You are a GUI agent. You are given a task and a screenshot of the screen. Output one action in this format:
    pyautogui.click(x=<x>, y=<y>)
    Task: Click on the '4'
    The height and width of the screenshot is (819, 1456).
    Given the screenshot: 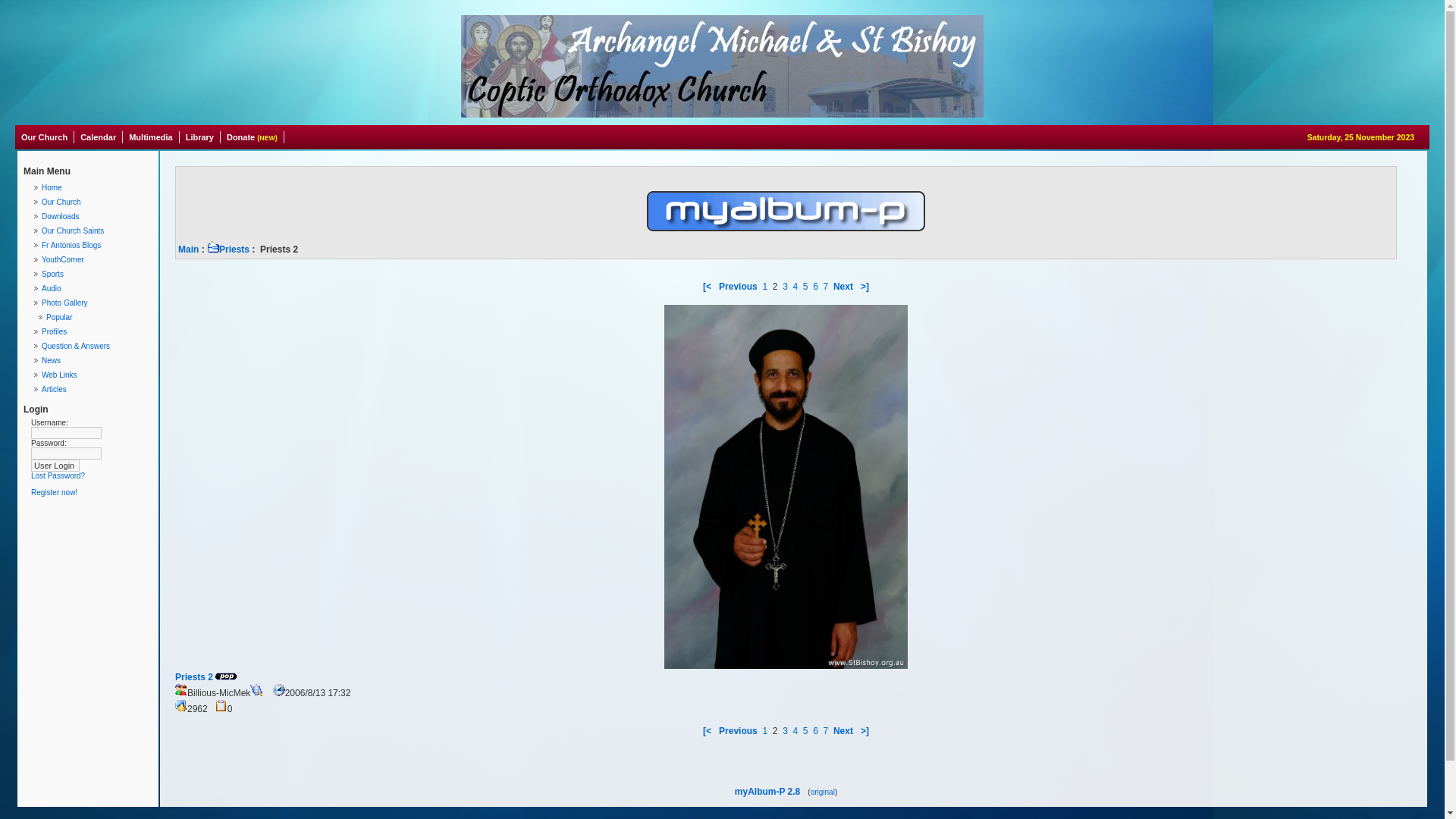 What is the action you would take?
    pyautogui.click(x=794, y=730)
    